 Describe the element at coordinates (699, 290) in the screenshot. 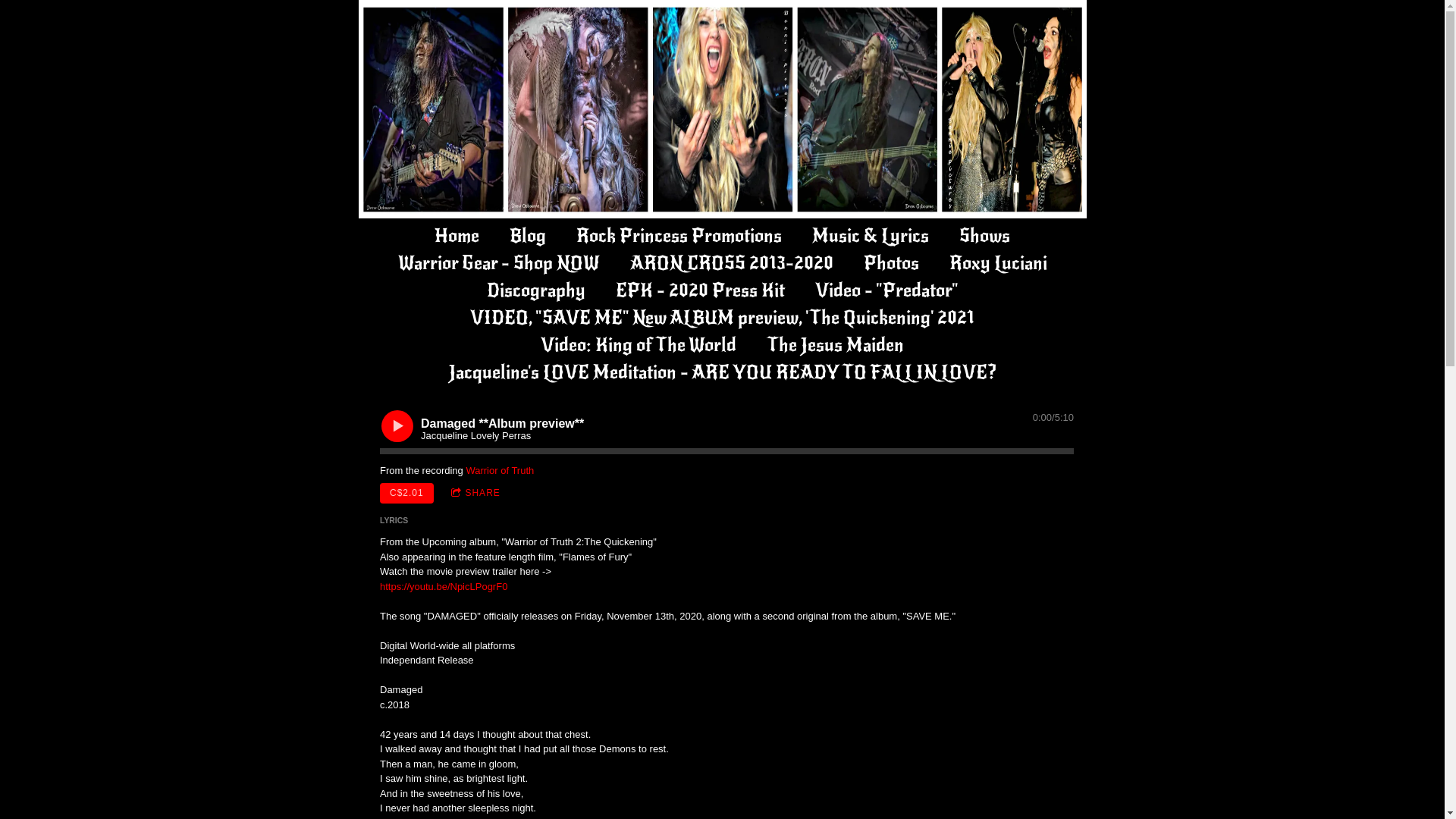

I see `'EPK - 2020 Press Kit'` at that location.